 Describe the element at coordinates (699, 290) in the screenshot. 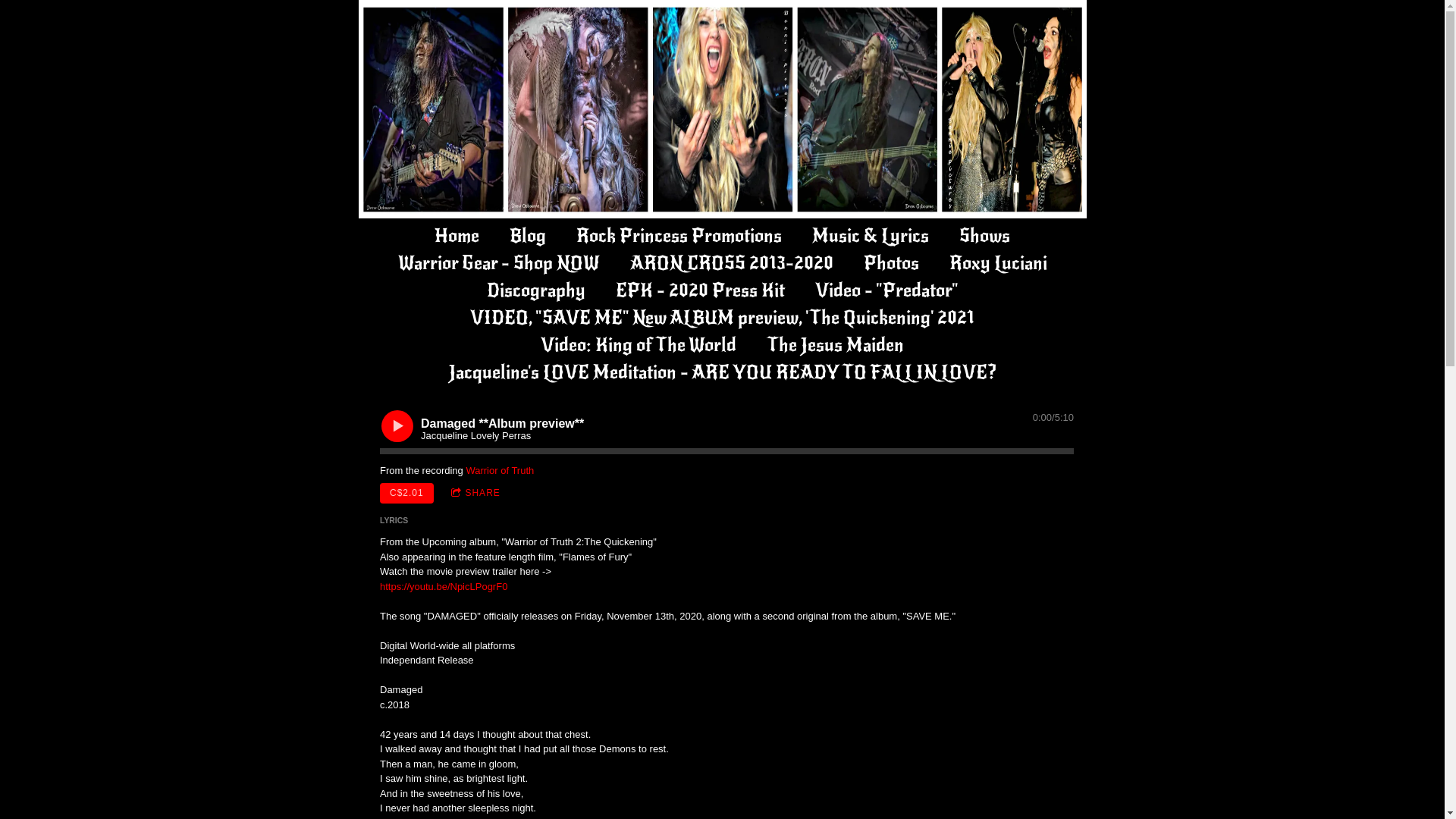

I see `'EPK - 2020 Press Kit'` at that location.